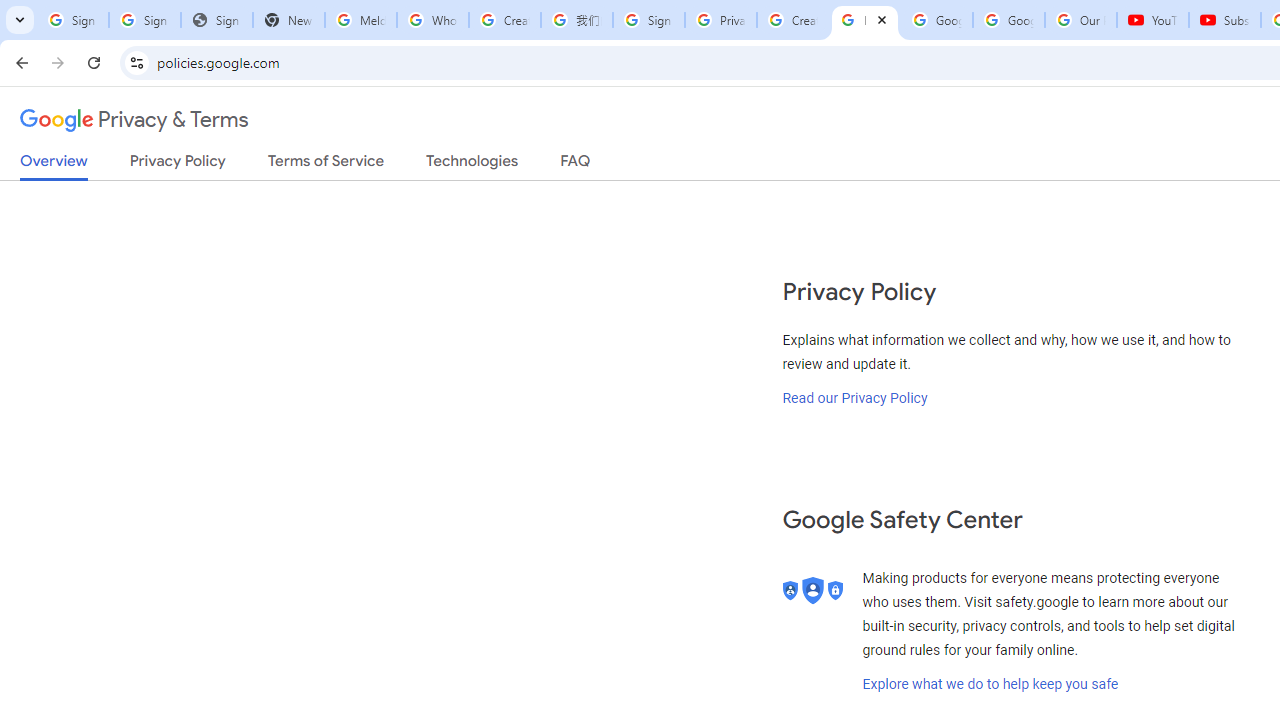 The image size is (1280, 720). What do you see at coordinates (288, 20) in the screenshot?
I see `'New Tab'` at bounding box center [288, 20].